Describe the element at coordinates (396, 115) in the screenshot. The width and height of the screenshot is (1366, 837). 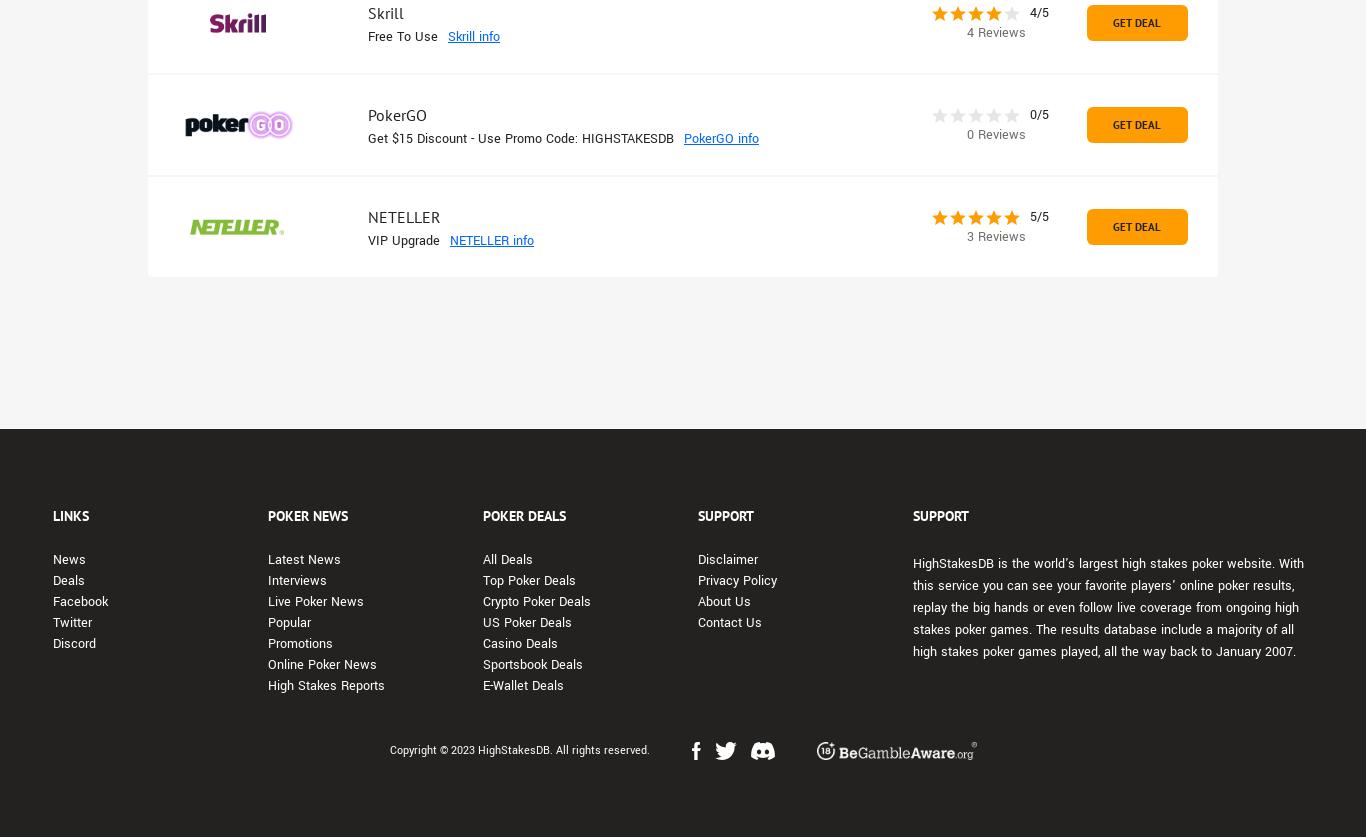
I see `'PokerGO'` at that location.